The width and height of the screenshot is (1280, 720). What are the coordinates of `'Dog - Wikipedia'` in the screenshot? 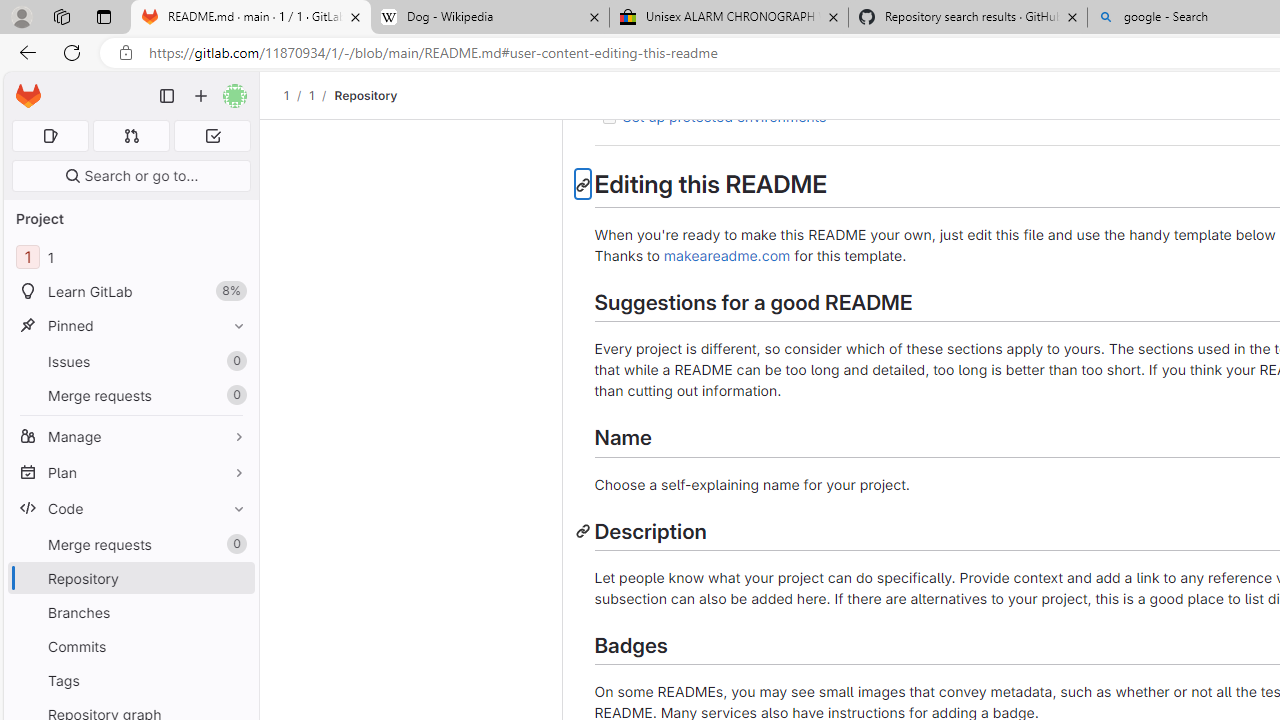 It's located at (490, 17).